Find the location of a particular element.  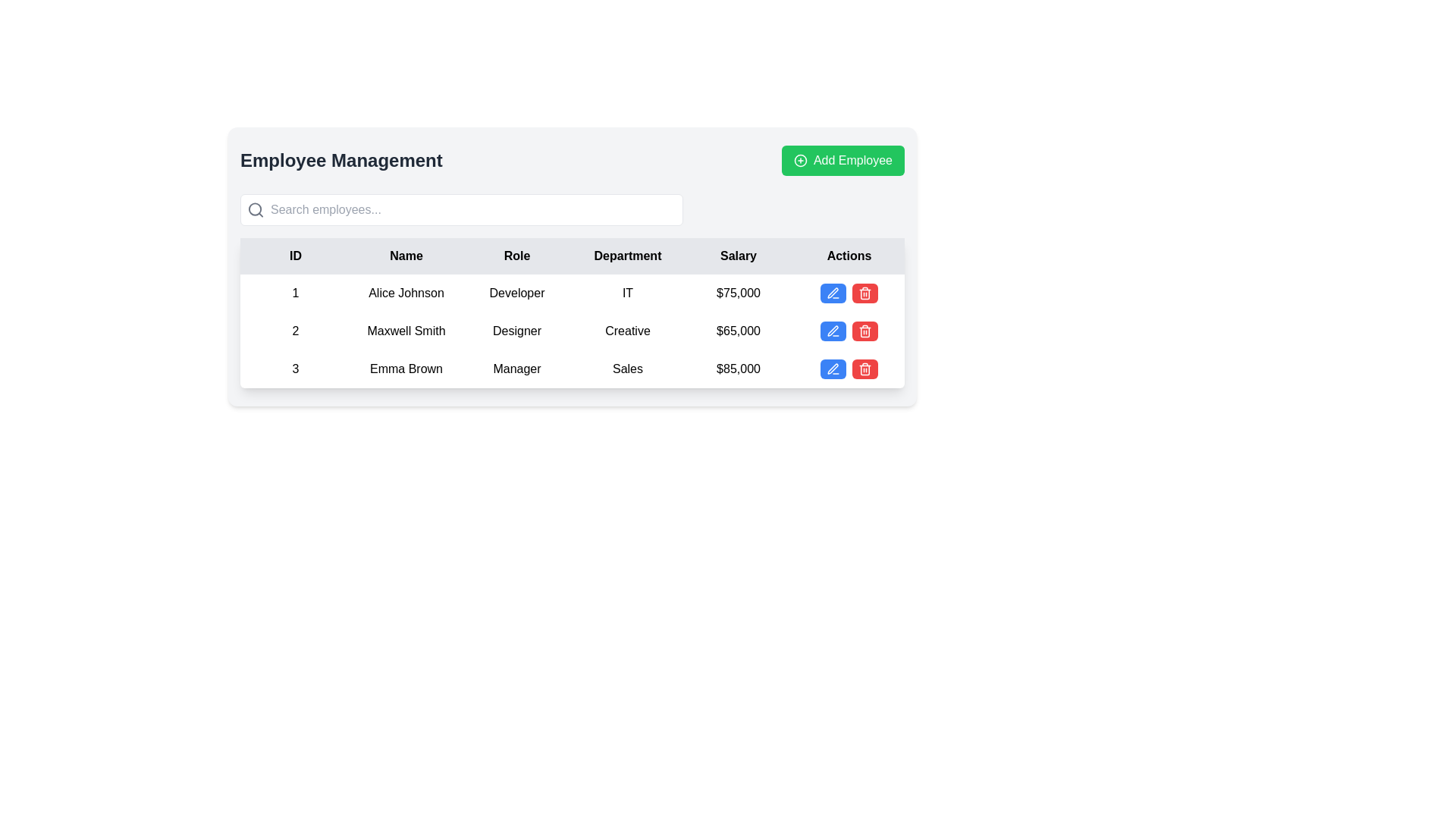

the table header cell labeled 'Salary', which is the fifth cell in the header row of the table is located at coordinates (739, 256).